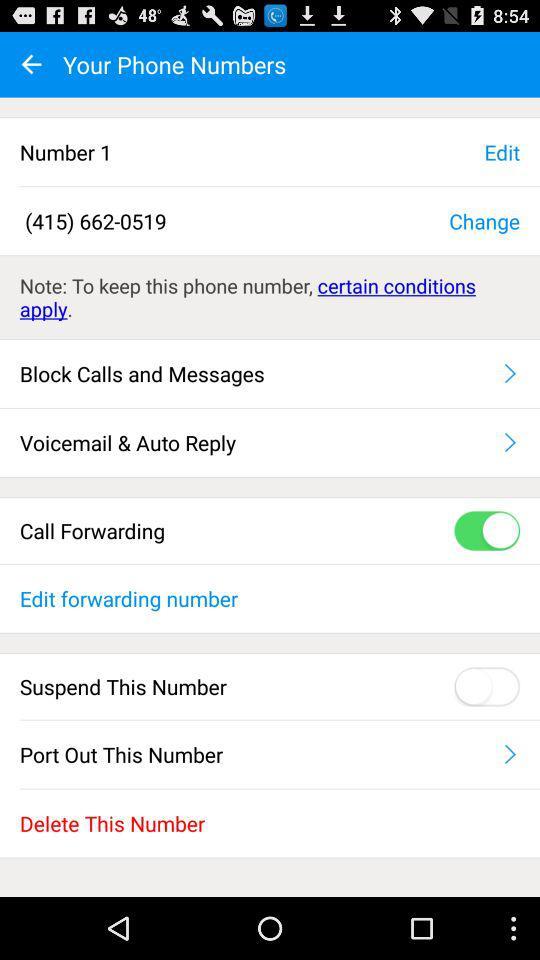 The image size is (540, 960). I want to click on the change item, so click(483, 220).